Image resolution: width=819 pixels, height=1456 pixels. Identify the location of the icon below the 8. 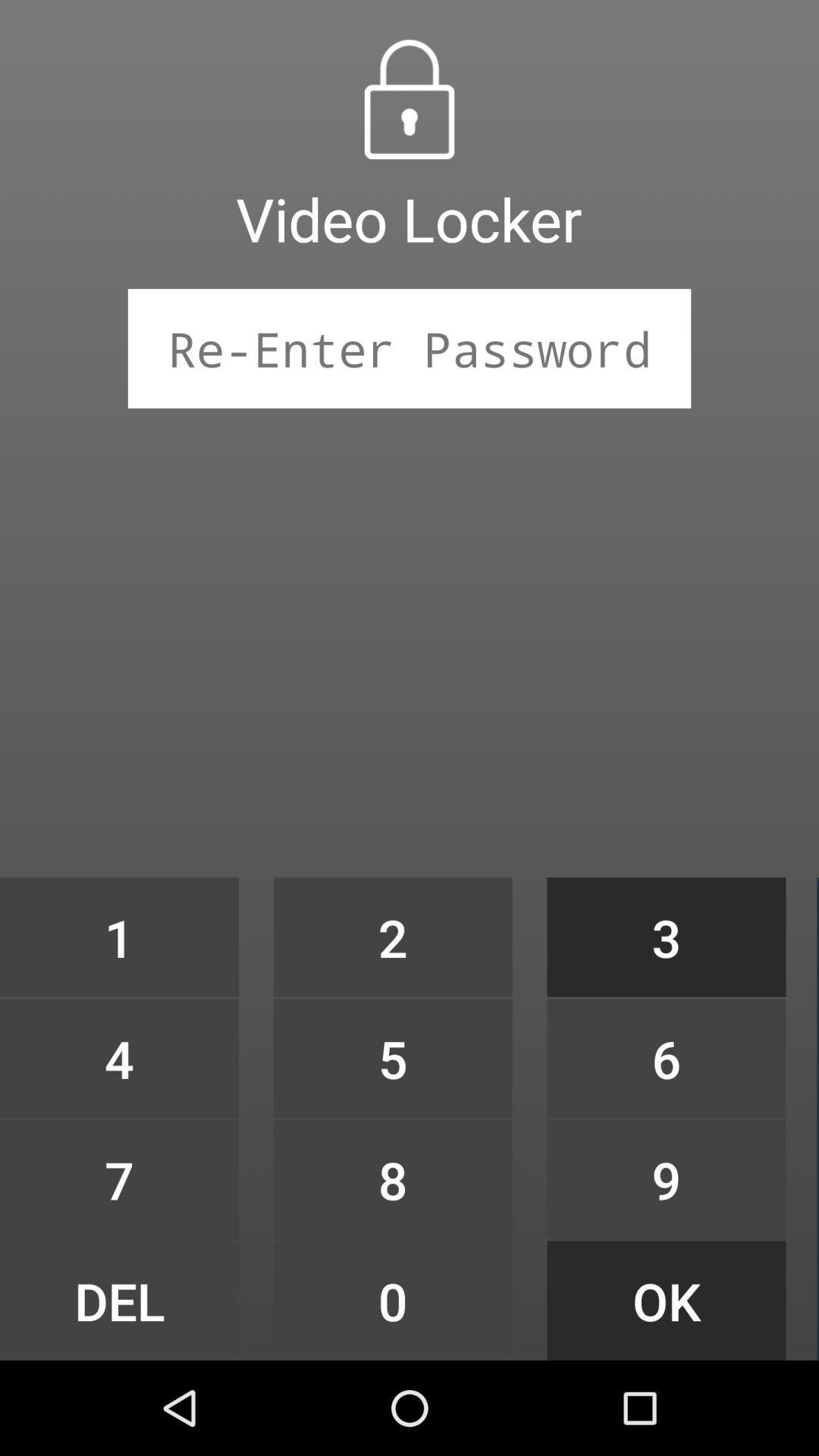
(392, 1300).